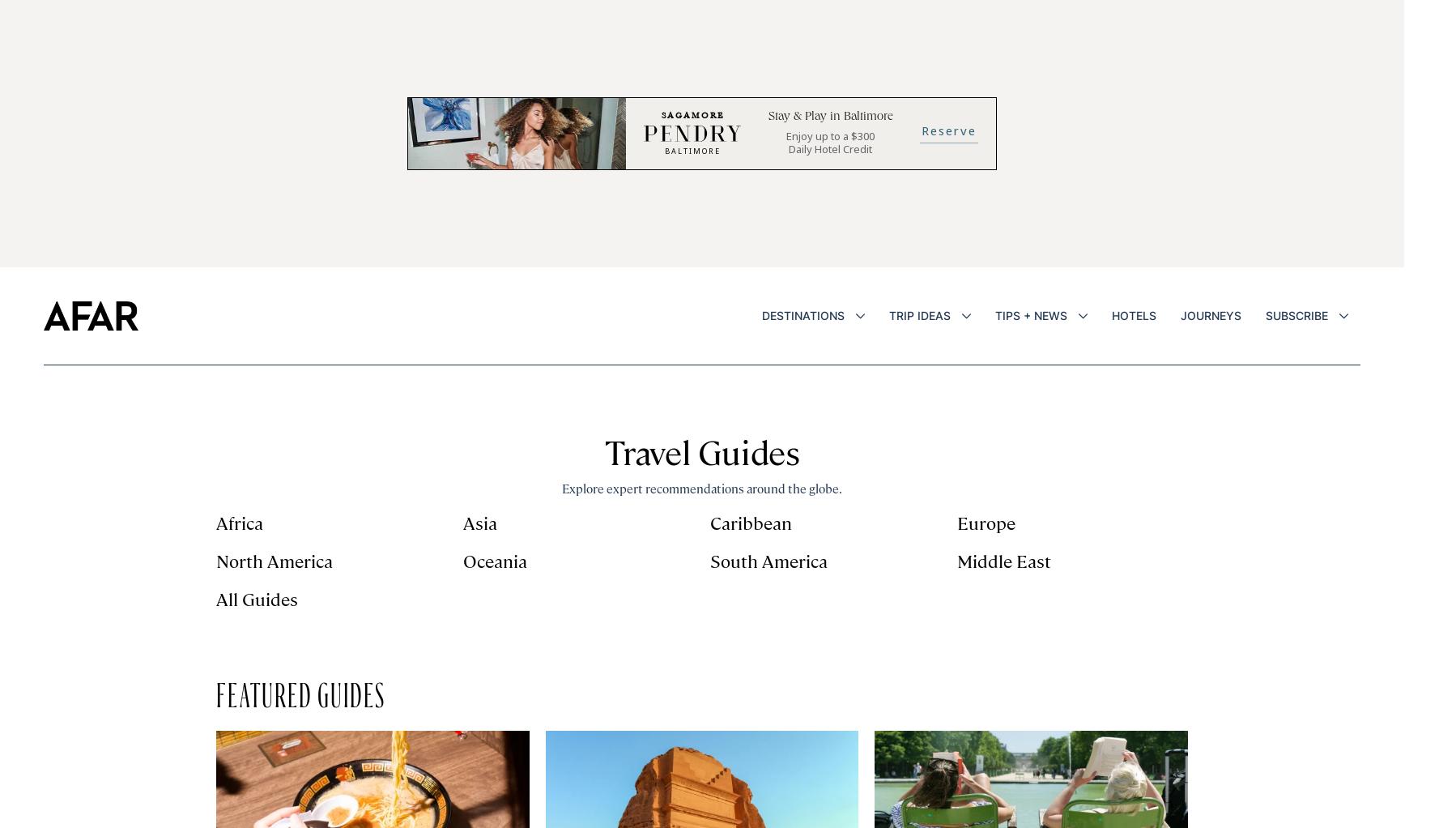 The height and width of the screenshot is (828, 1456). I want to click on 'Health + Wellness', so click(1159, 551).